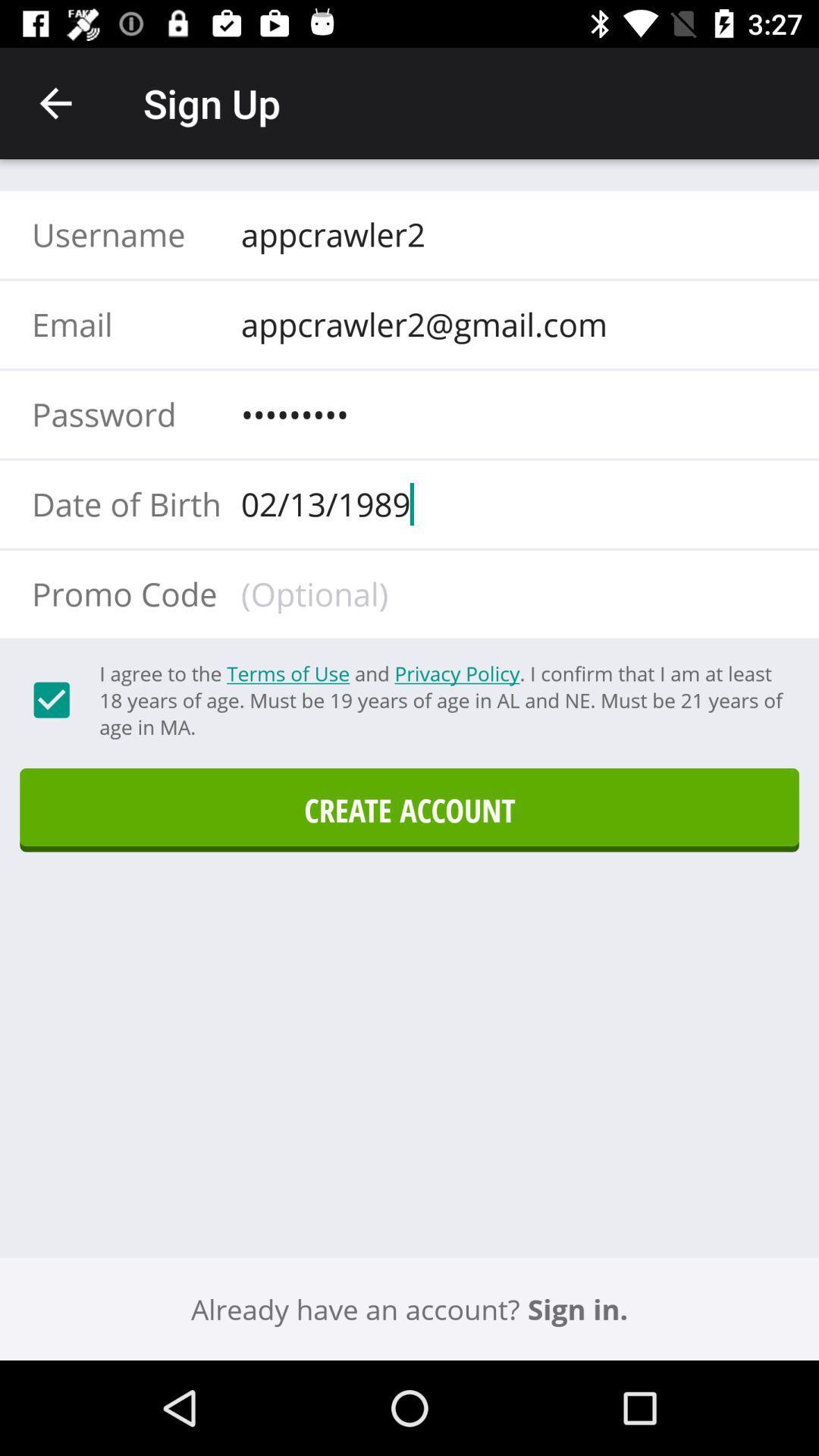 The width and height of the screenshot is (819, 1456). What do you see at coordinates (441, 699) in the screenshot?
I see `icon above the create account` at bounding box center [441, 699].